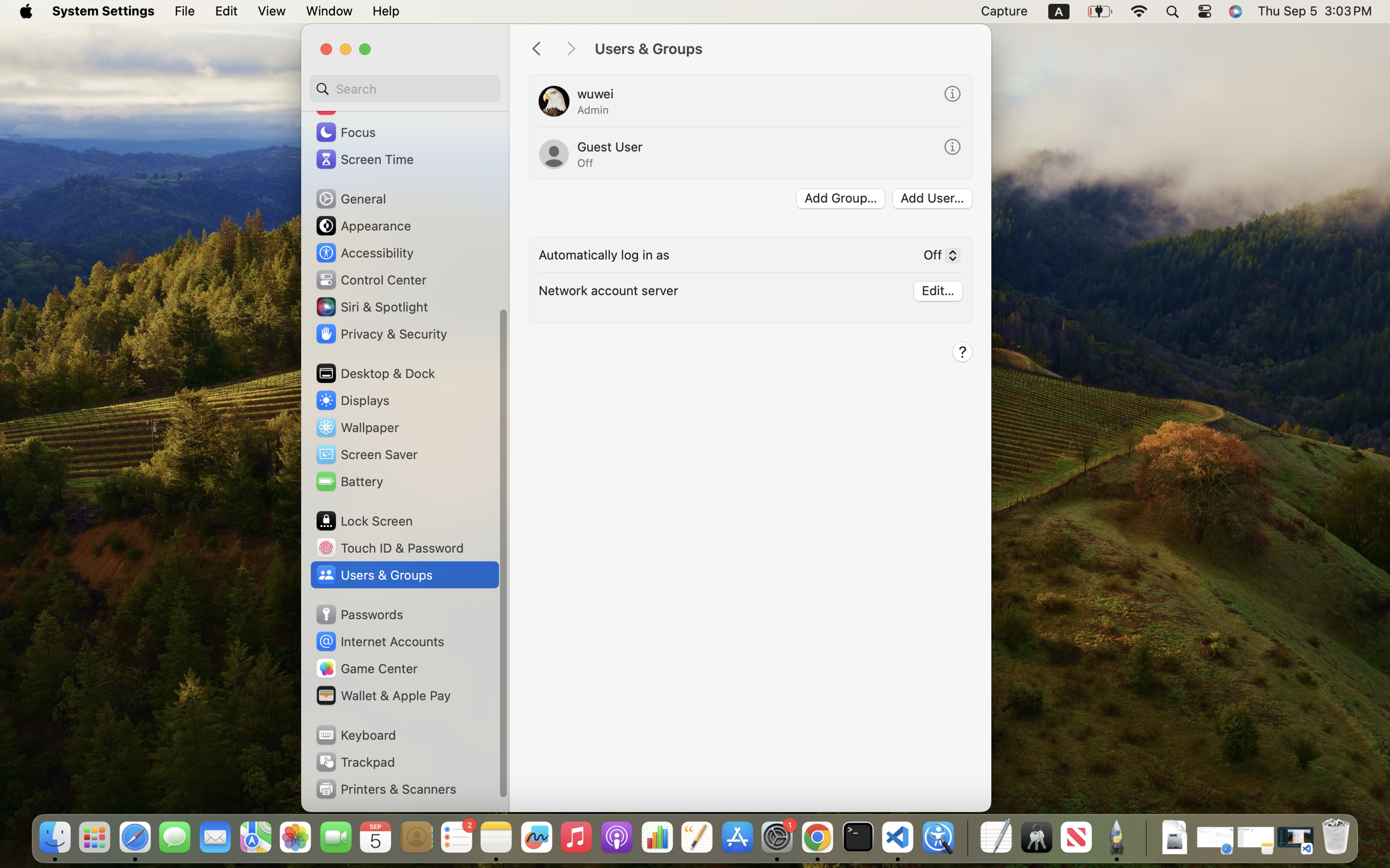 The height and width of the screenshot is (868, 1390). What do you see at coordinates (937, 257) in the screenshot?
I see `'Off'` at bounding box center [937, 257].